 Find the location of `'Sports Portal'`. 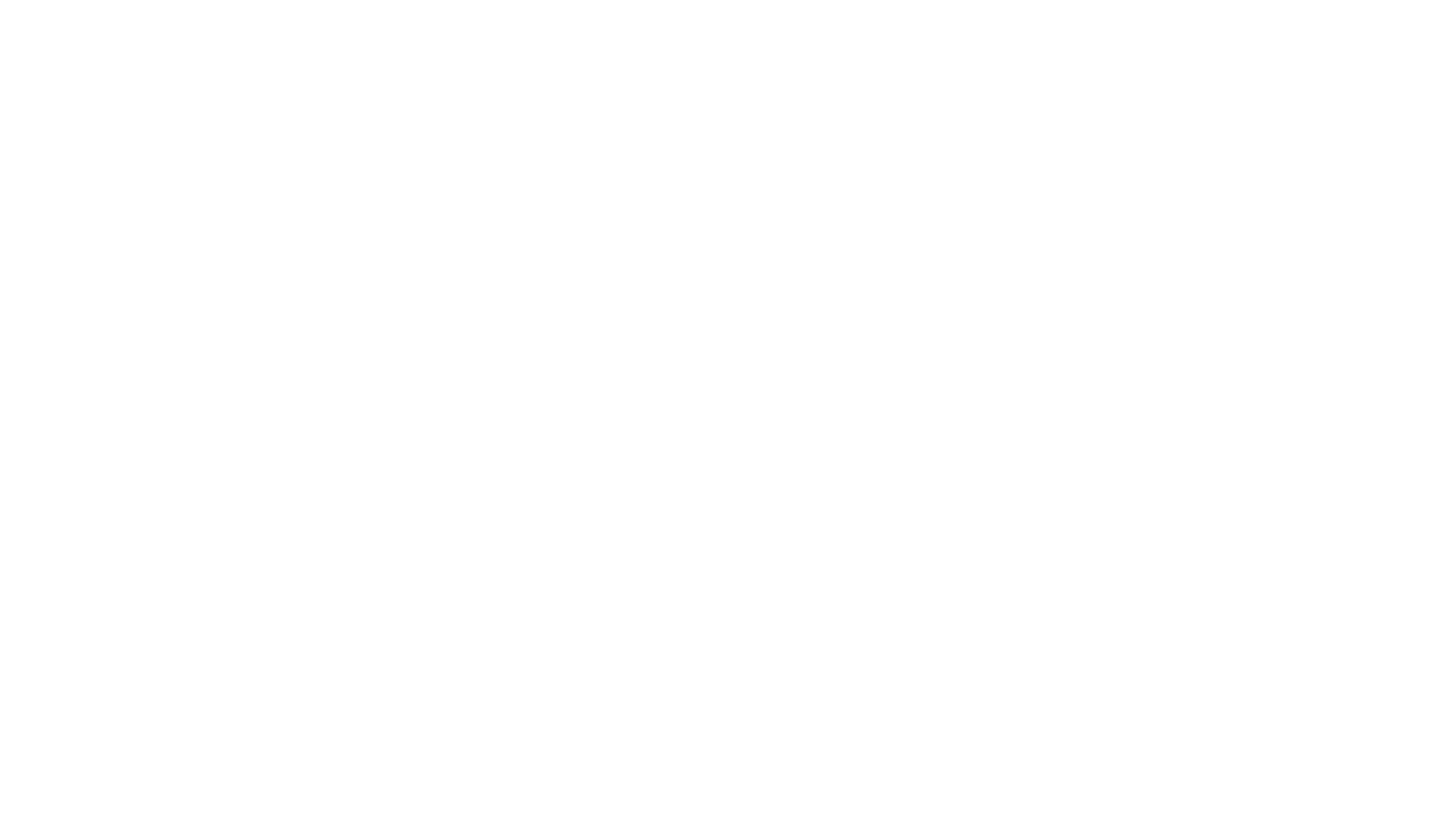

'Sports Portal' is located at coordinates (1189, 554).